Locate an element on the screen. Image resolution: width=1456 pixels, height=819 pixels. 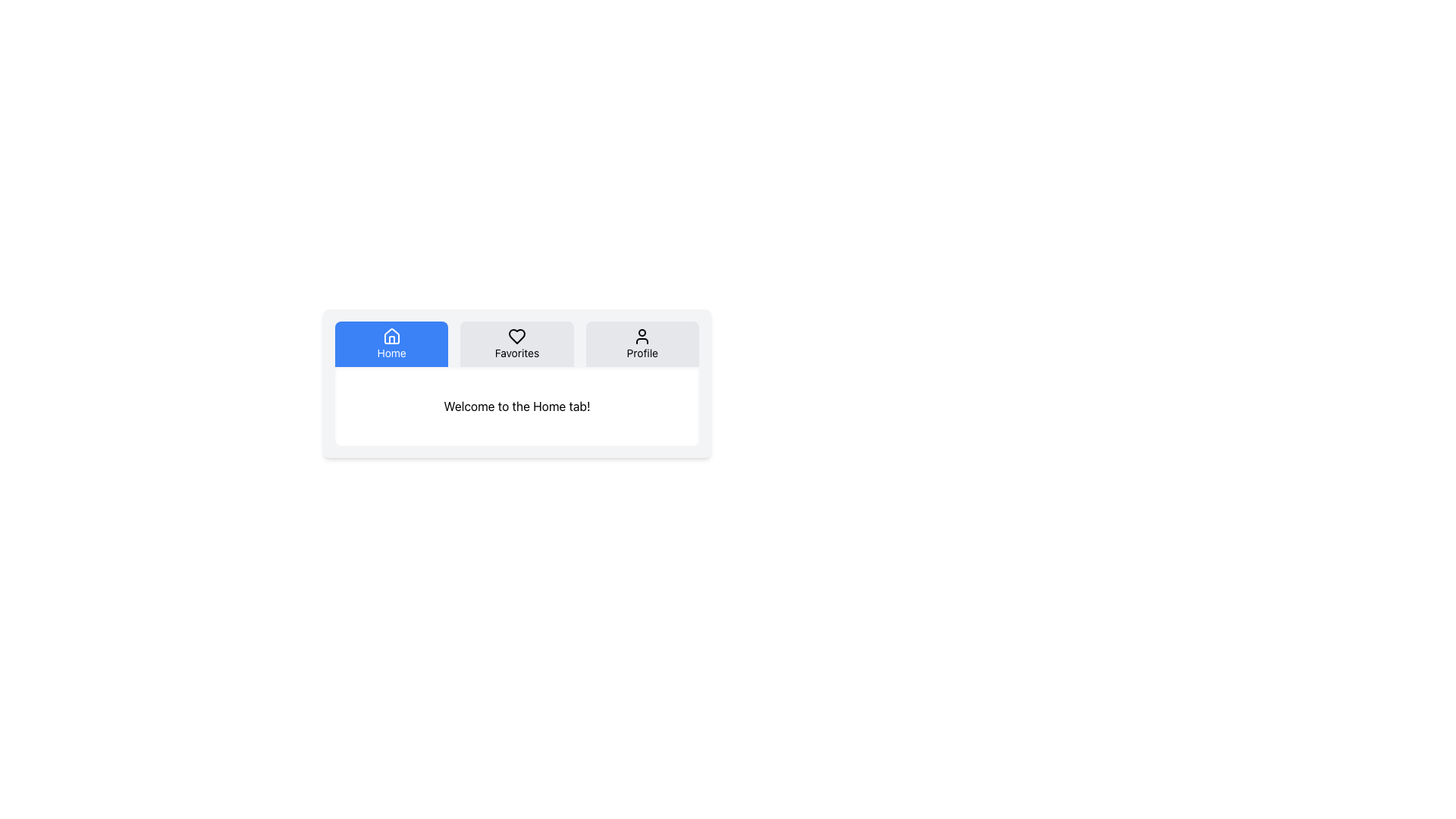
the user icon outlined in black located in the Profile tab at the rightmost segment of the horizontal navigation bar is located at coordinates (642, 335).